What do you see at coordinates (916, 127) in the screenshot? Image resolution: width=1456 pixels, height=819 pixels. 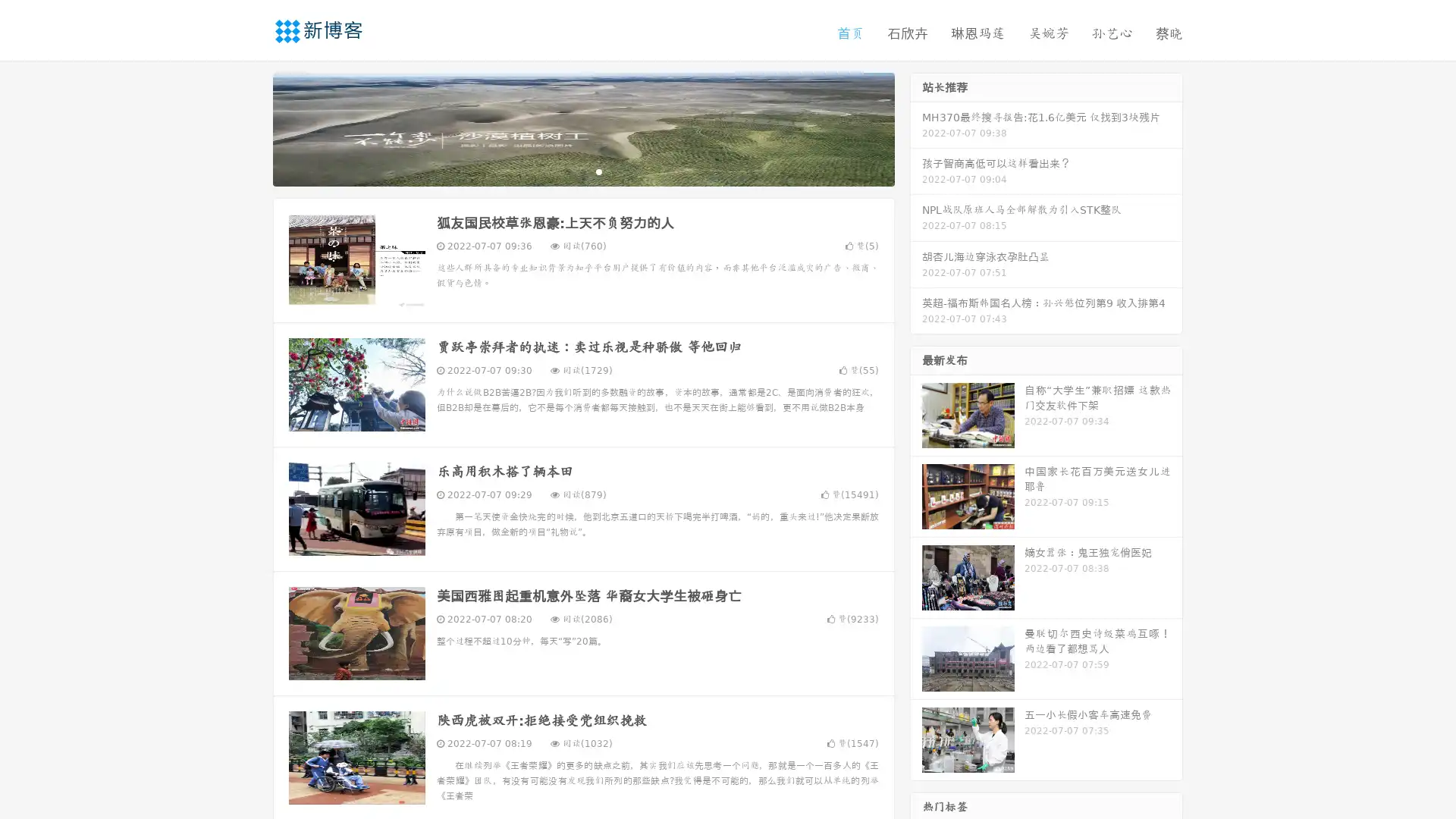 I see `Next slide` at bounding box center [916, 127].